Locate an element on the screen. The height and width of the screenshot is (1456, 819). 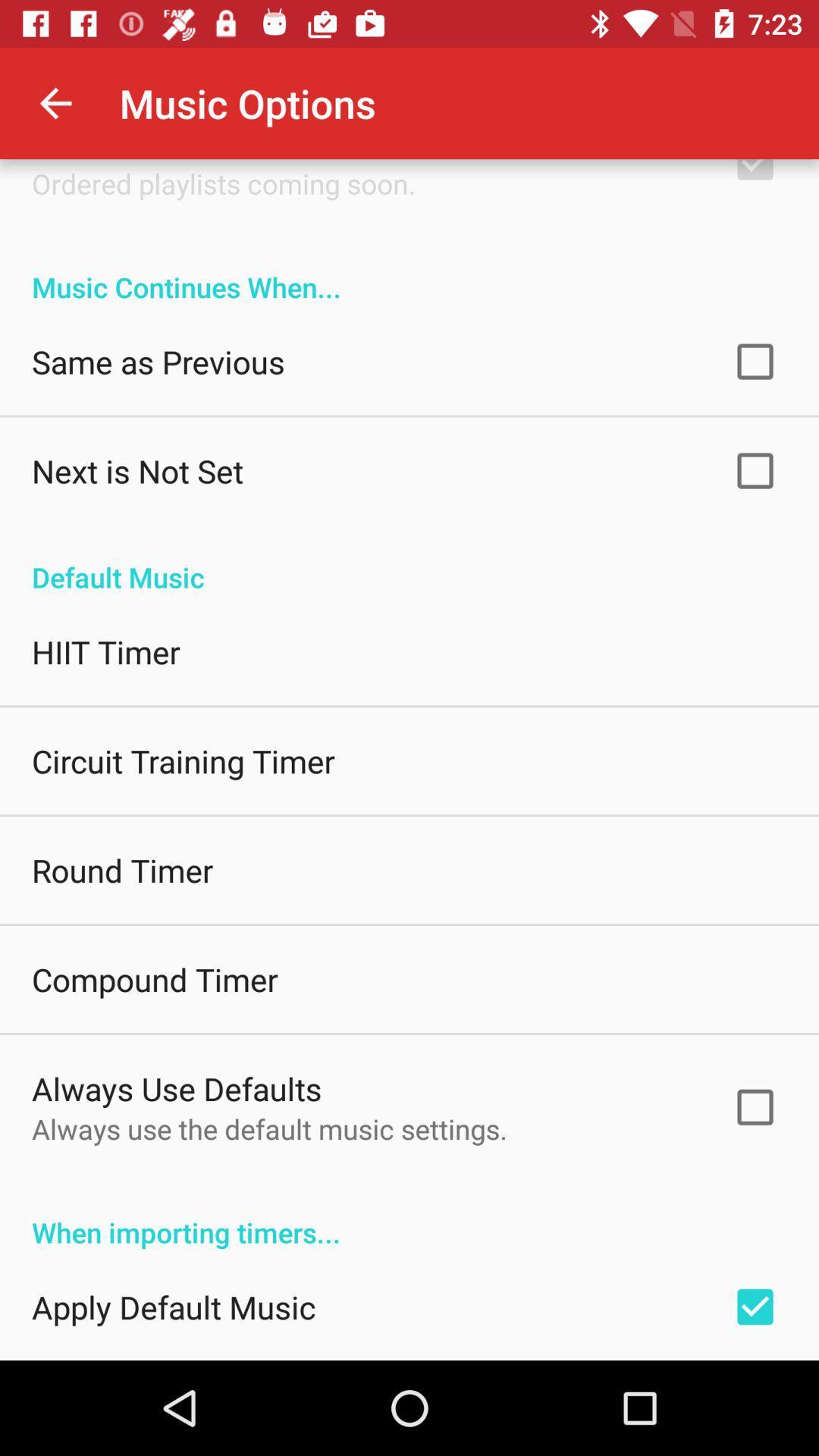
when importing timers... is located at coordinates (409, 1216).